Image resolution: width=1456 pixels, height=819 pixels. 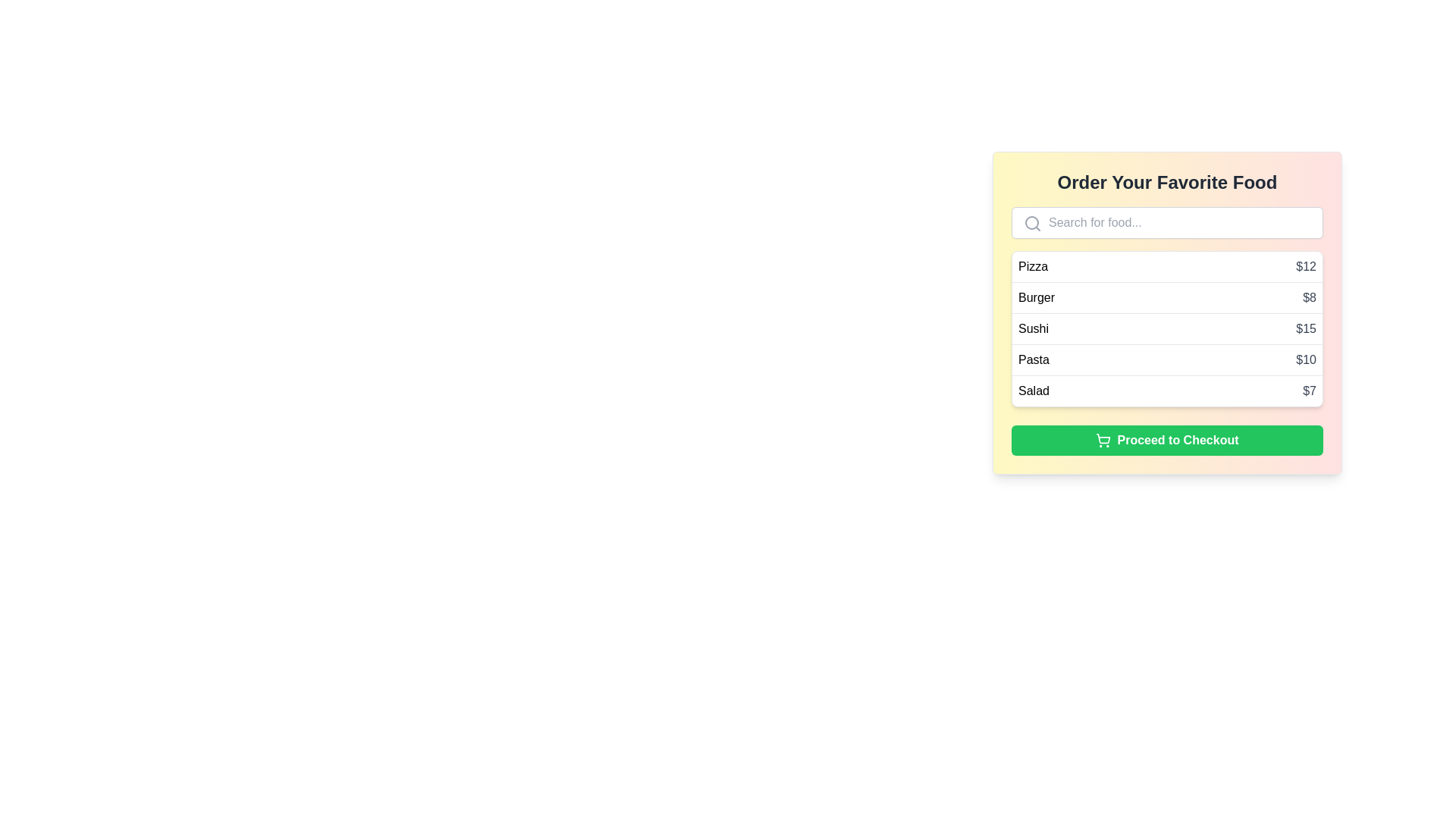 What do you see at coordinates (1166, 390) in the screenshot?
I see `the 'Salad' menu list item, which is the fifth entry in a vertical list` at bounding box center [1166, 390].